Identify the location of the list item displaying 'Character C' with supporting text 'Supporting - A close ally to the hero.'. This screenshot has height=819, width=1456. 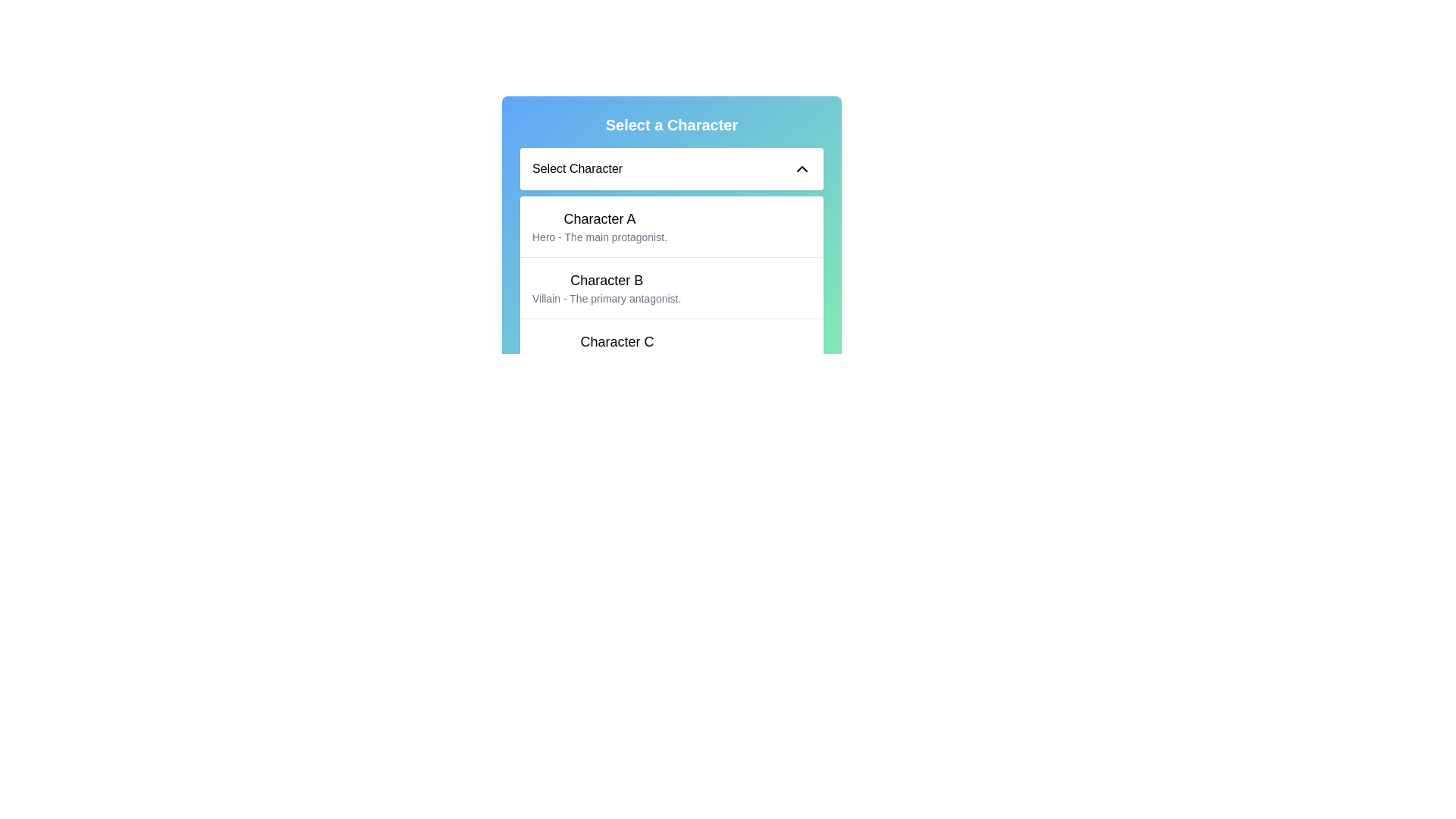
(617, 350).